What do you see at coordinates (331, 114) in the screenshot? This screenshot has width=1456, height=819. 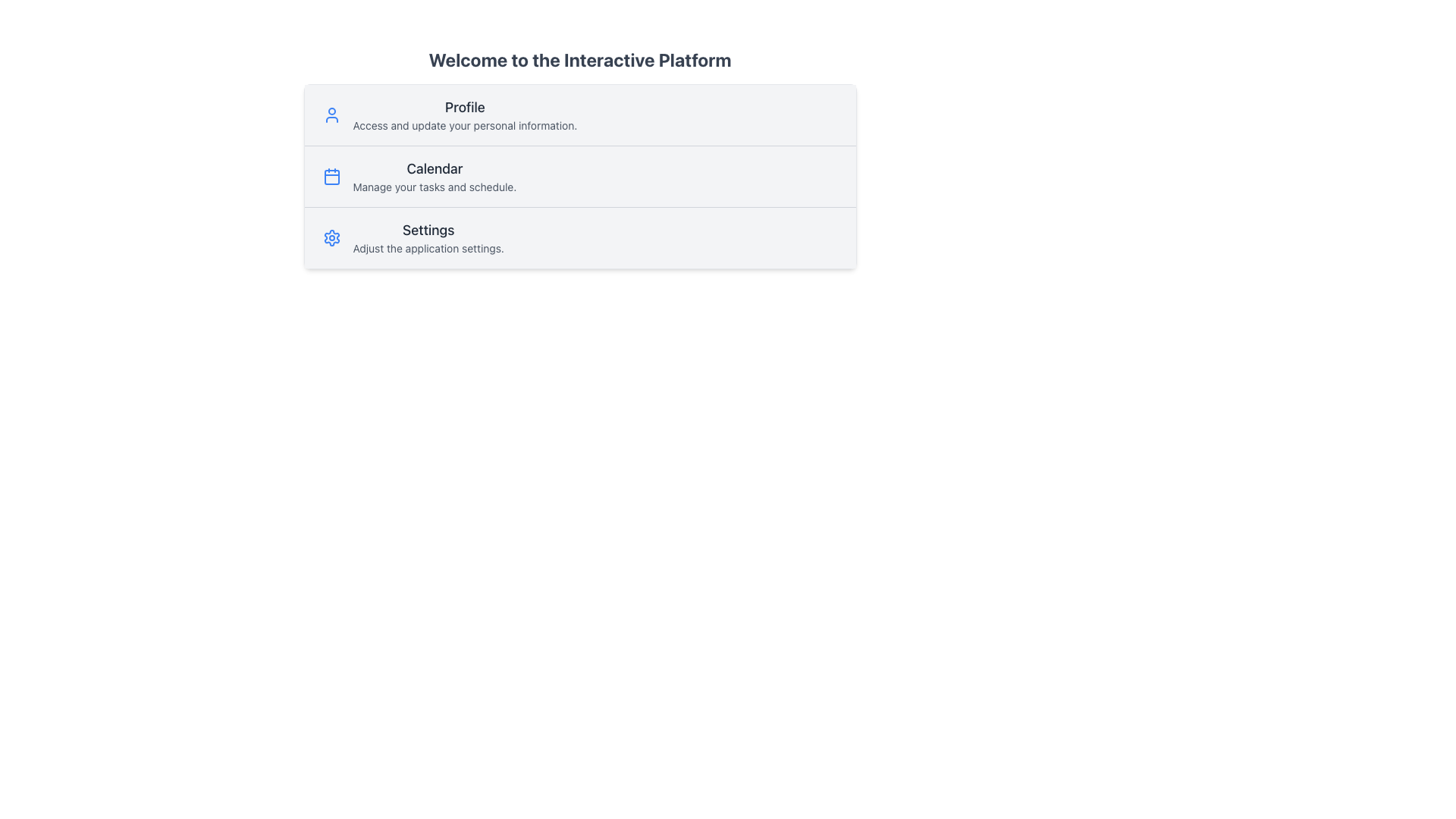 I see `the SVG icon representing the Profile section, which is part of a vertical navigation interface, positioned to the left of the text 'Profile Access and update your personal information.'` at bounding box center [331, 114].